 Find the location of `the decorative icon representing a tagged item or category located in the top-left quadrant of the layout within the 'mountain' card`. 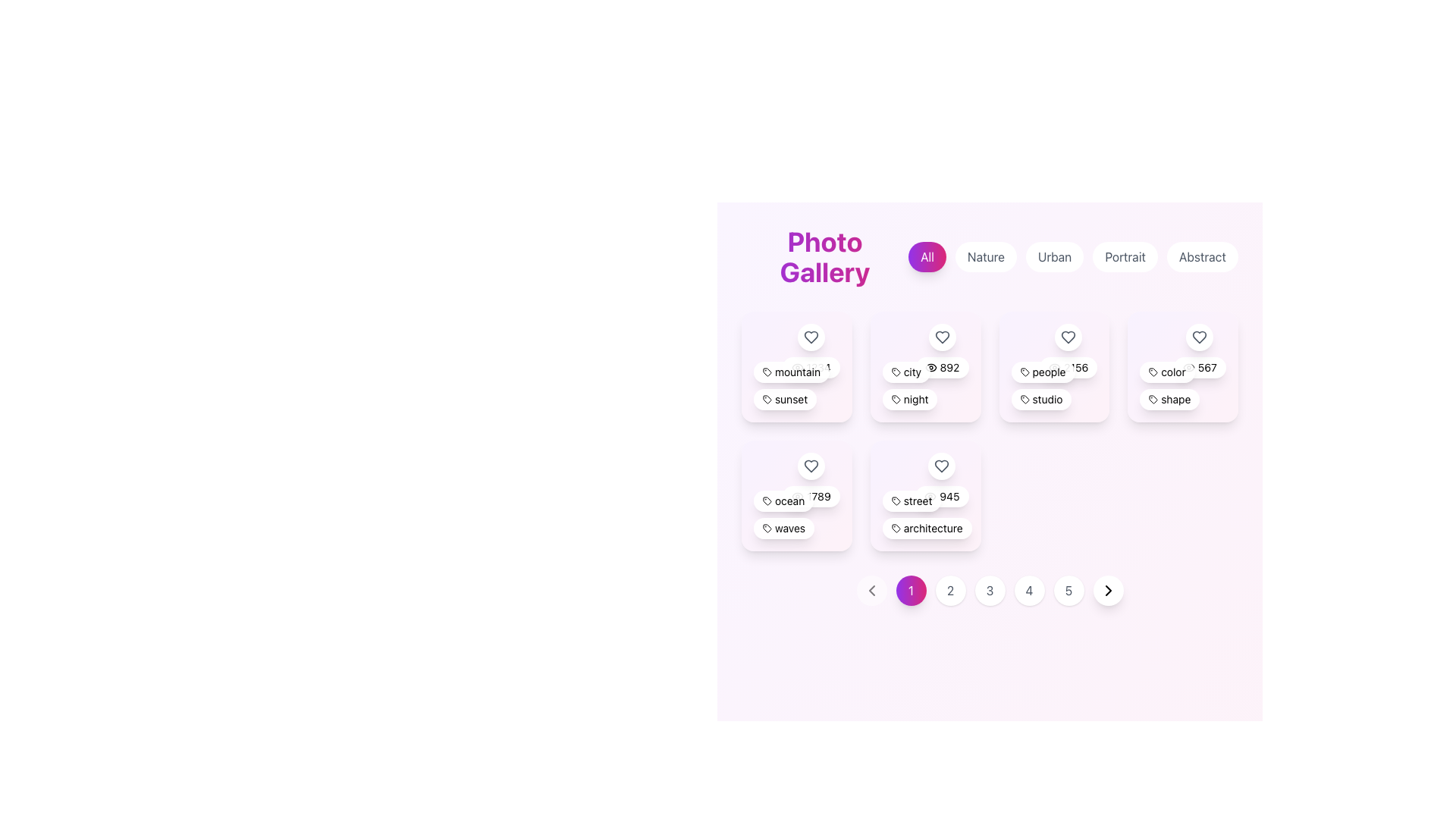

the decorative icon representing a tagged item or category located in the top-left quadrant of the layout within the 'mountain' card is located at coordinates (767, 372).